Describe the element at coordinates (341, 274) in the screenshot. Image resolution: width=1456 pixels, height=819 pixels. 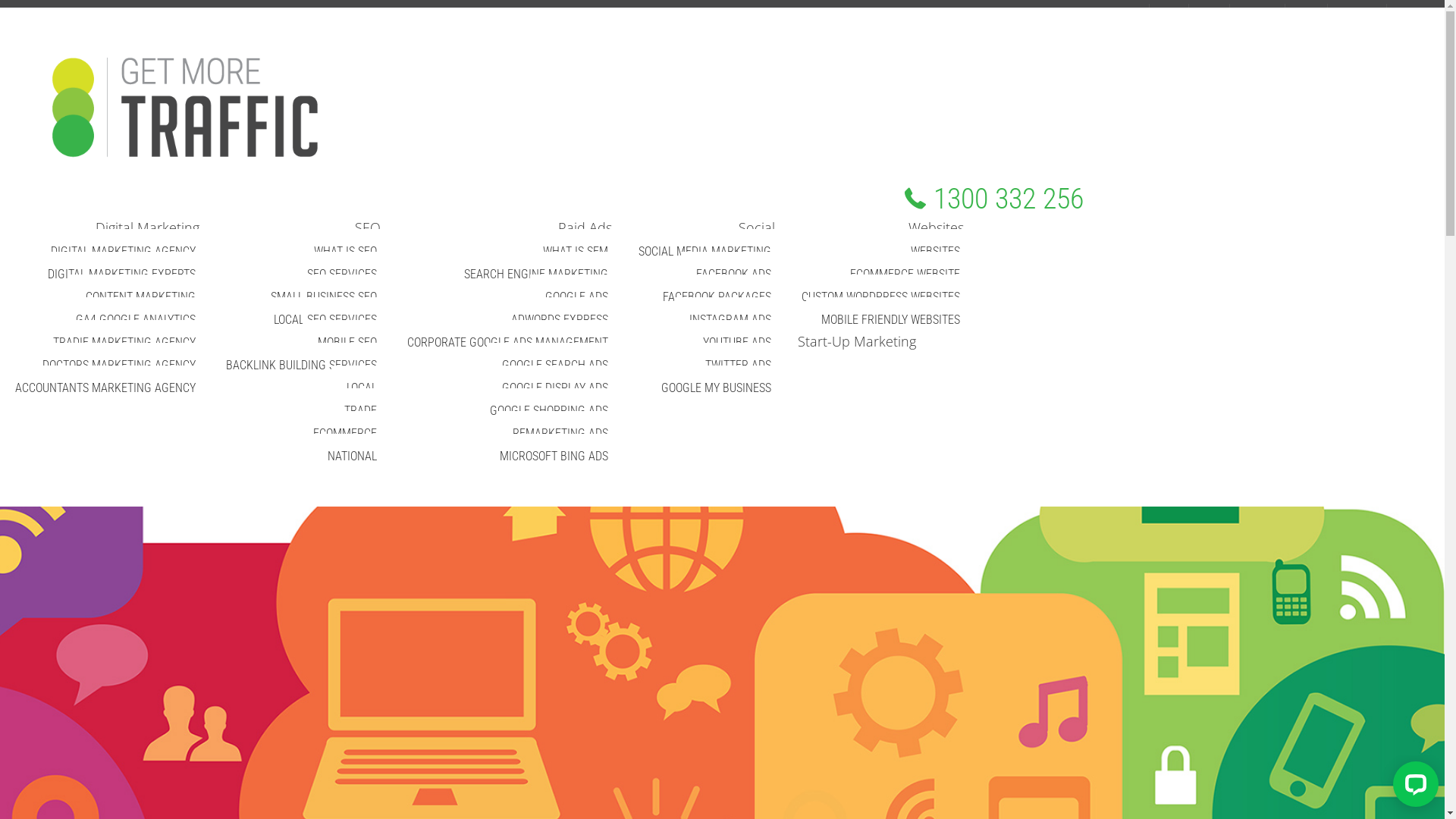
I see `'SEO SERVICES'` at that location.